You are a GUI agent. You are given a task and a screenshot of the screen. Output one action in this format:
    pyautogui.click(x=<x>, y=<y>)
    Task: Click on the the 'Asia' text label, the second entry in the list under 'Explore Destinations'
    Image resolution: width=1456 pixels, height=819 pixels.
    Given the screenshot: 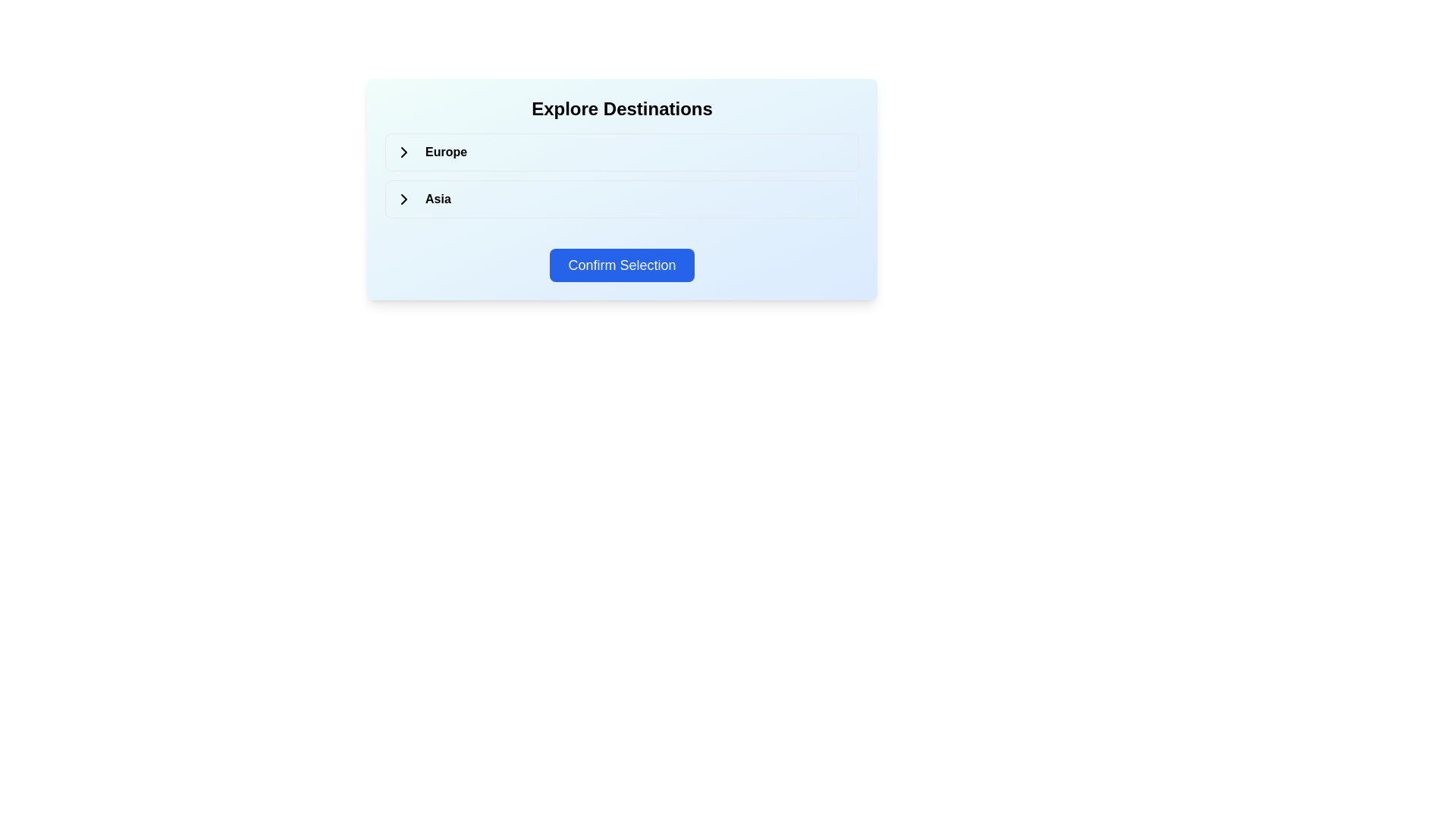 What is the action you would take?
    pyautogui.click(x=434, y=198)
    